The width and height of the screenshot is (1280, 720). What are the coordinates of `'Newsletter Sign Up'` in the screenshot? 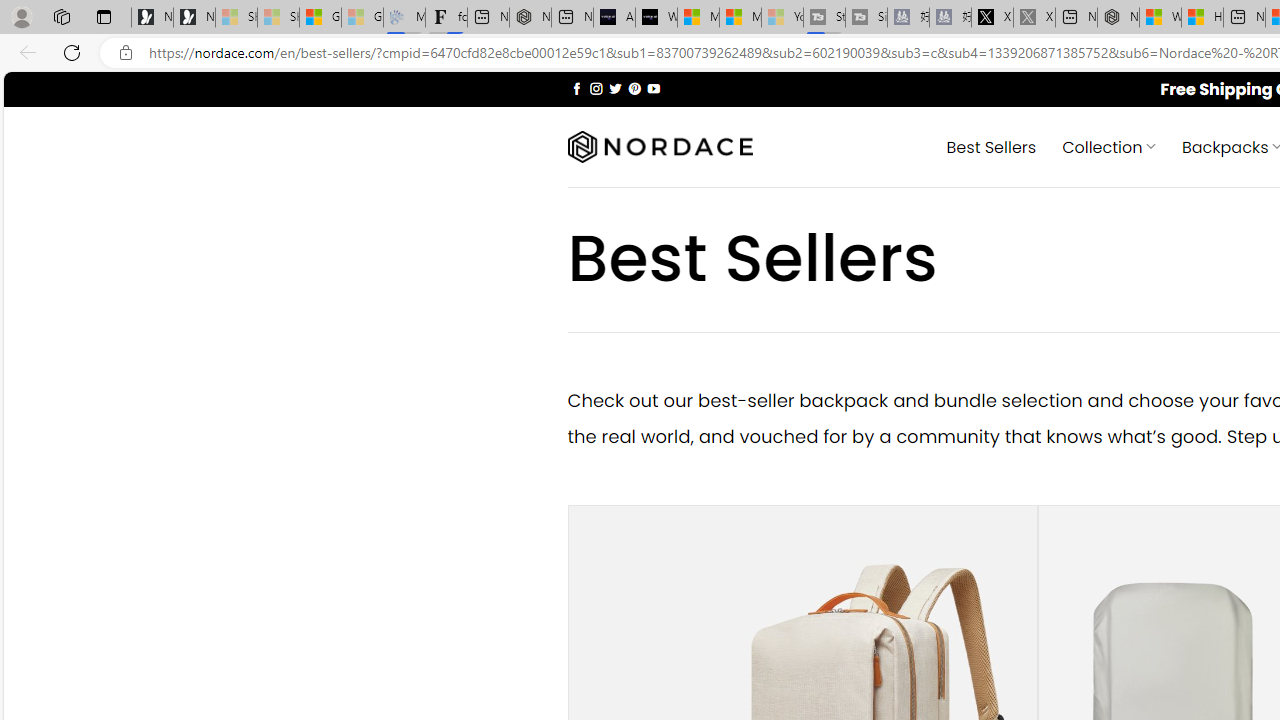 It's located at (194, 17).